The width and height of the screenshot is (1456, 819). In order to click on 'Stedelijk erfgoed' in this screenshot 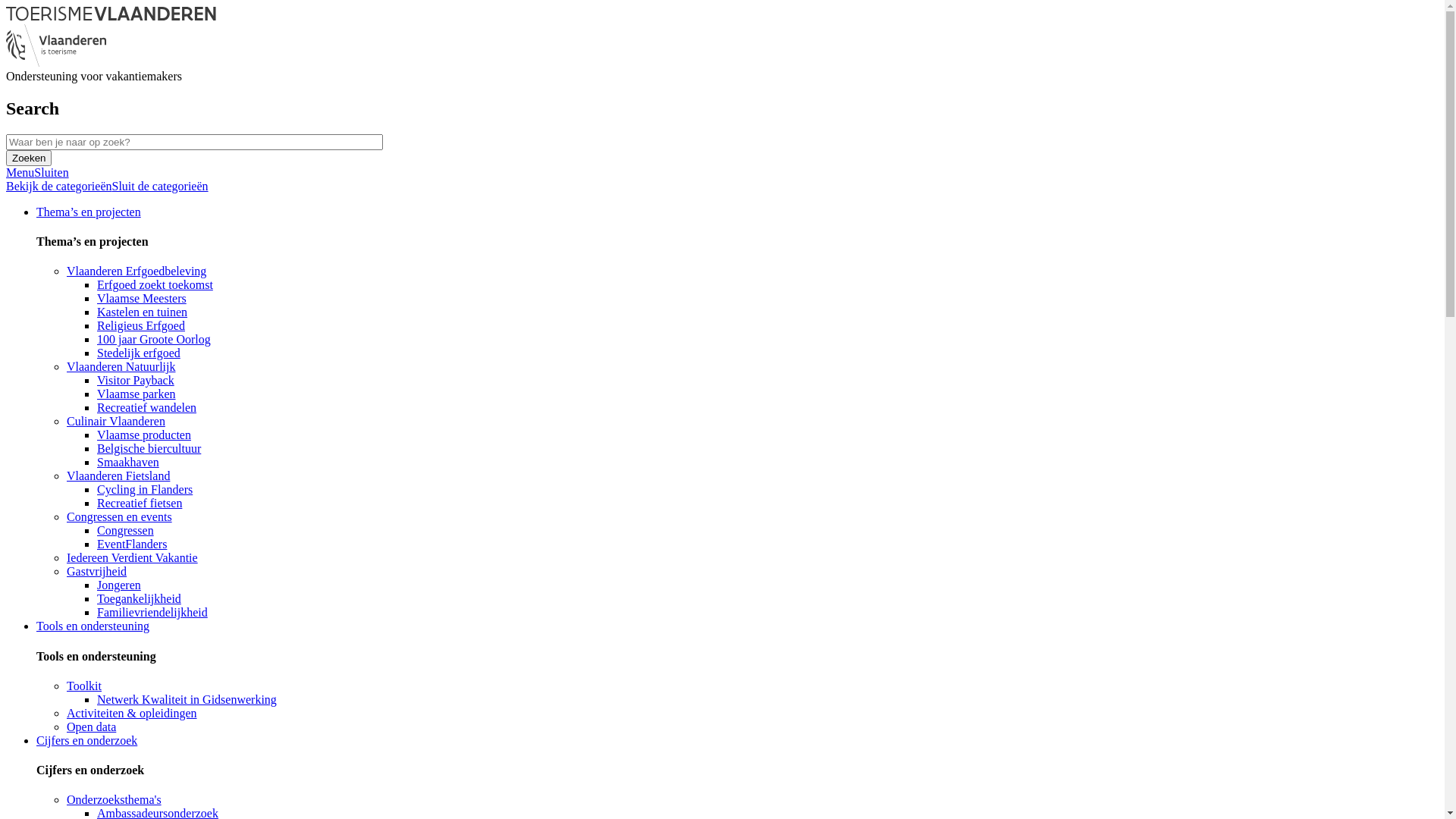, I will do `click(138, 353)`.